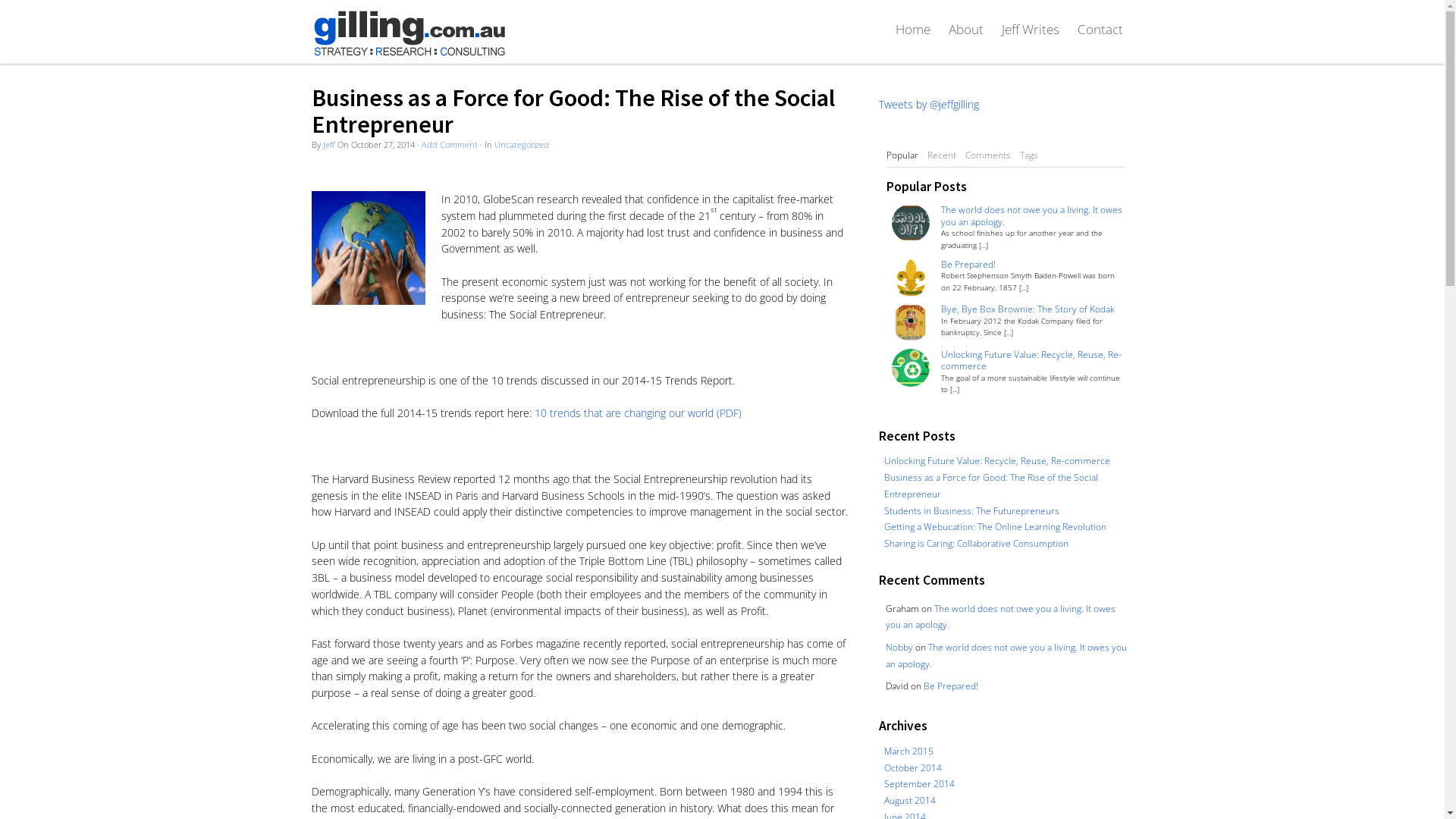 The image size is (1456, 819). What do you see at coordinates (912, 767) in the screenshot?
I see `'October 2014'` at bounding box center [912, 767].